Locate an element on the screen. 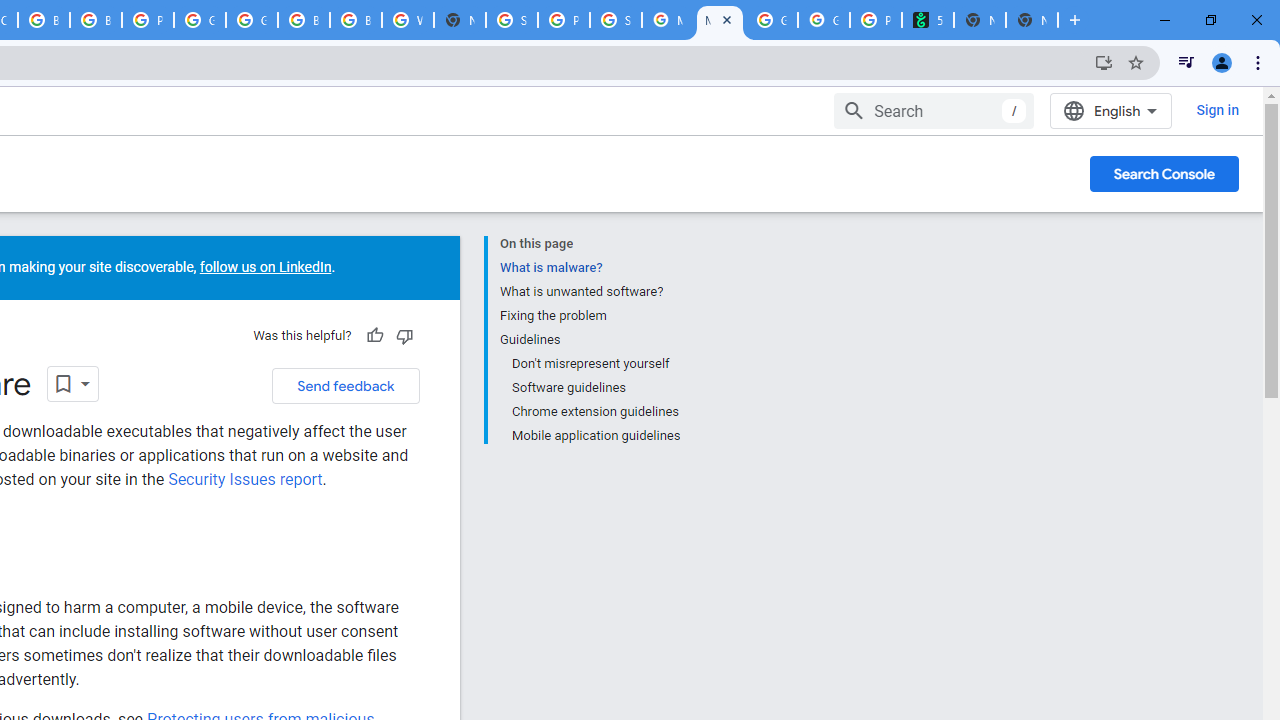 The image size is (1280, 720). 'Software guidelines' is located at coordinates (594, 388).